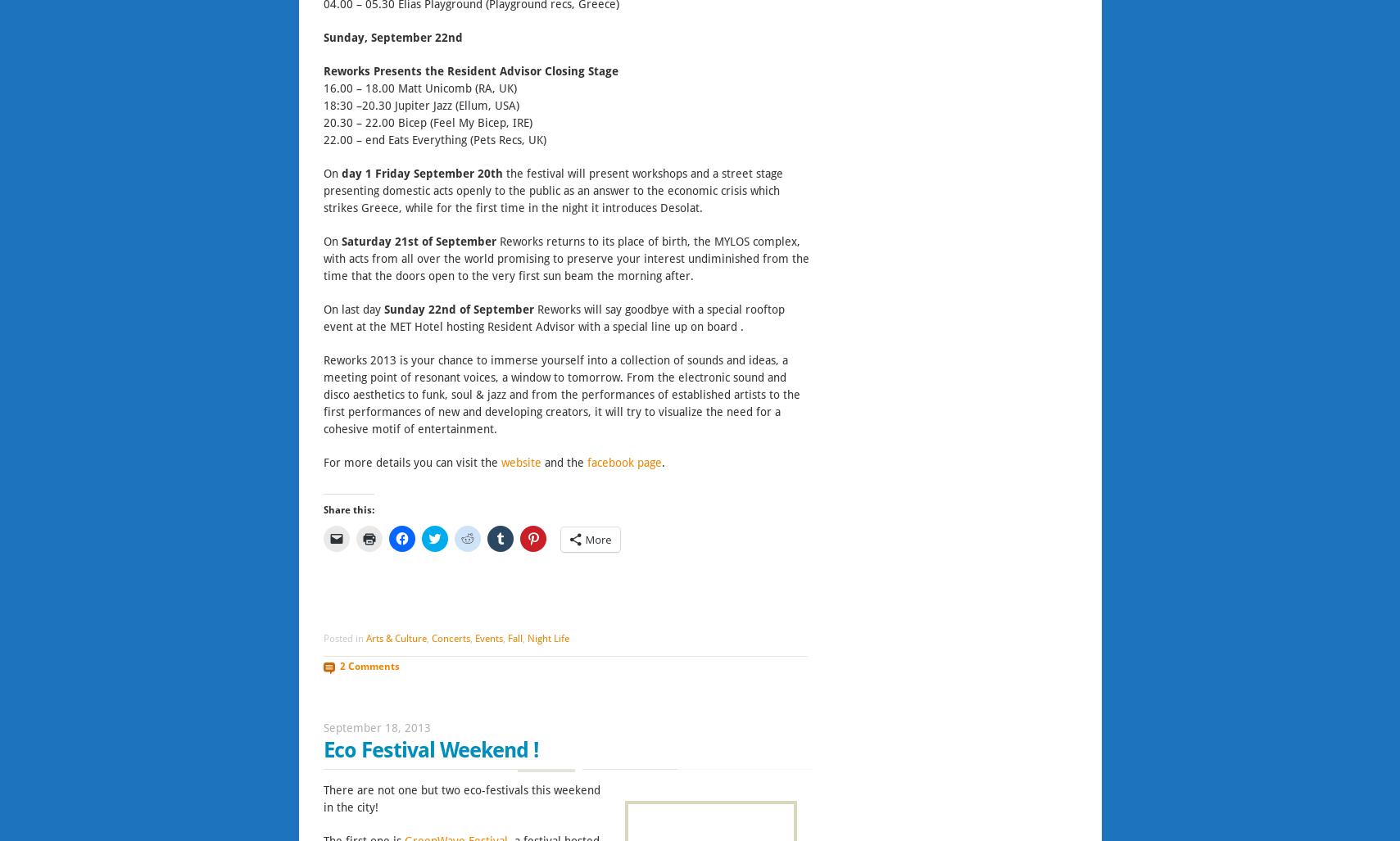 The image size is (1400, 841). Describe the element at coordinates (321, 461) in the screenshot. I see `'For more details you can visit the'` at that location.